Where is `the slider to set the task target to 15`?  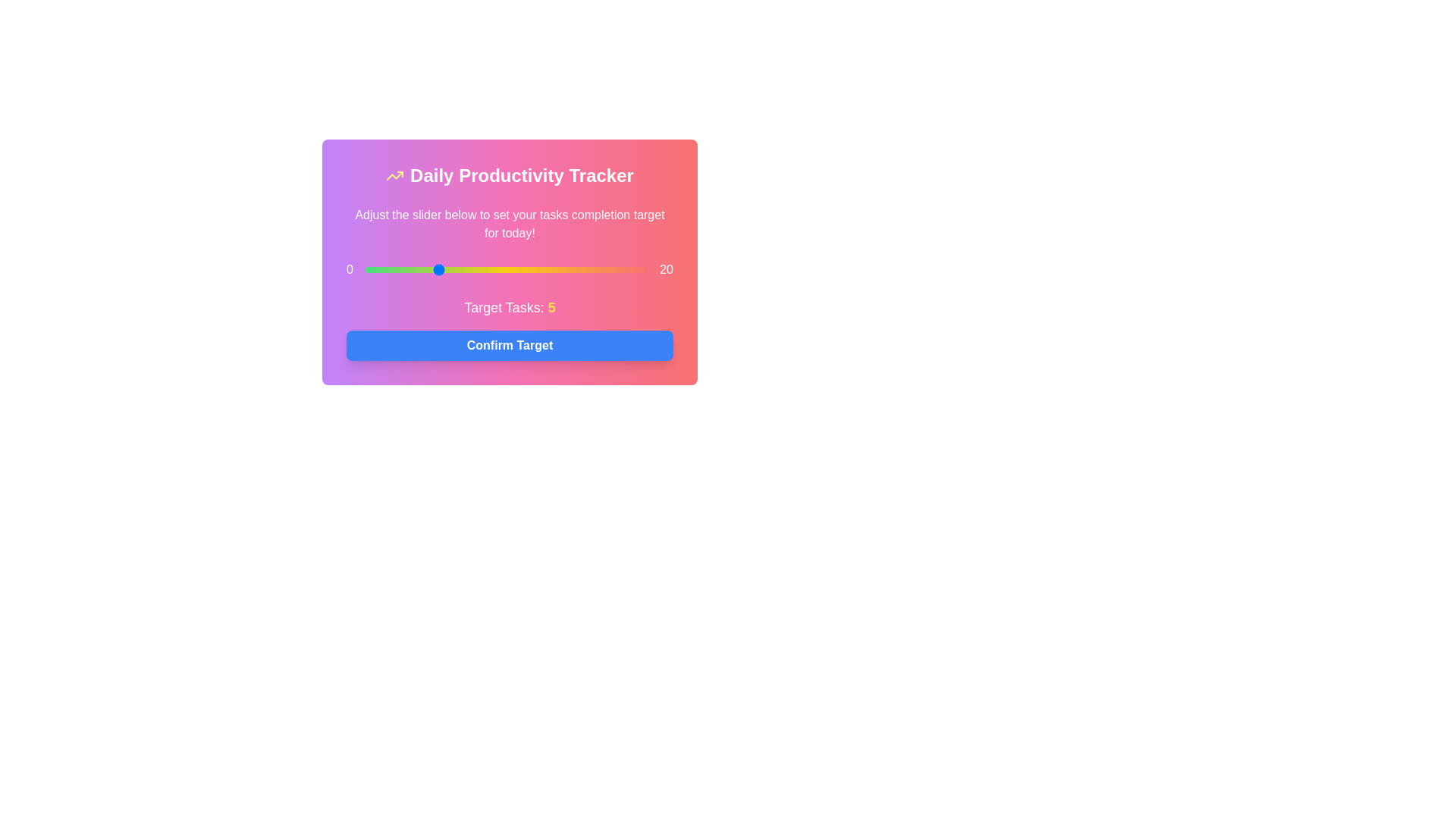
the slider to set the task target to 15 is located at coordinates (576, 268).